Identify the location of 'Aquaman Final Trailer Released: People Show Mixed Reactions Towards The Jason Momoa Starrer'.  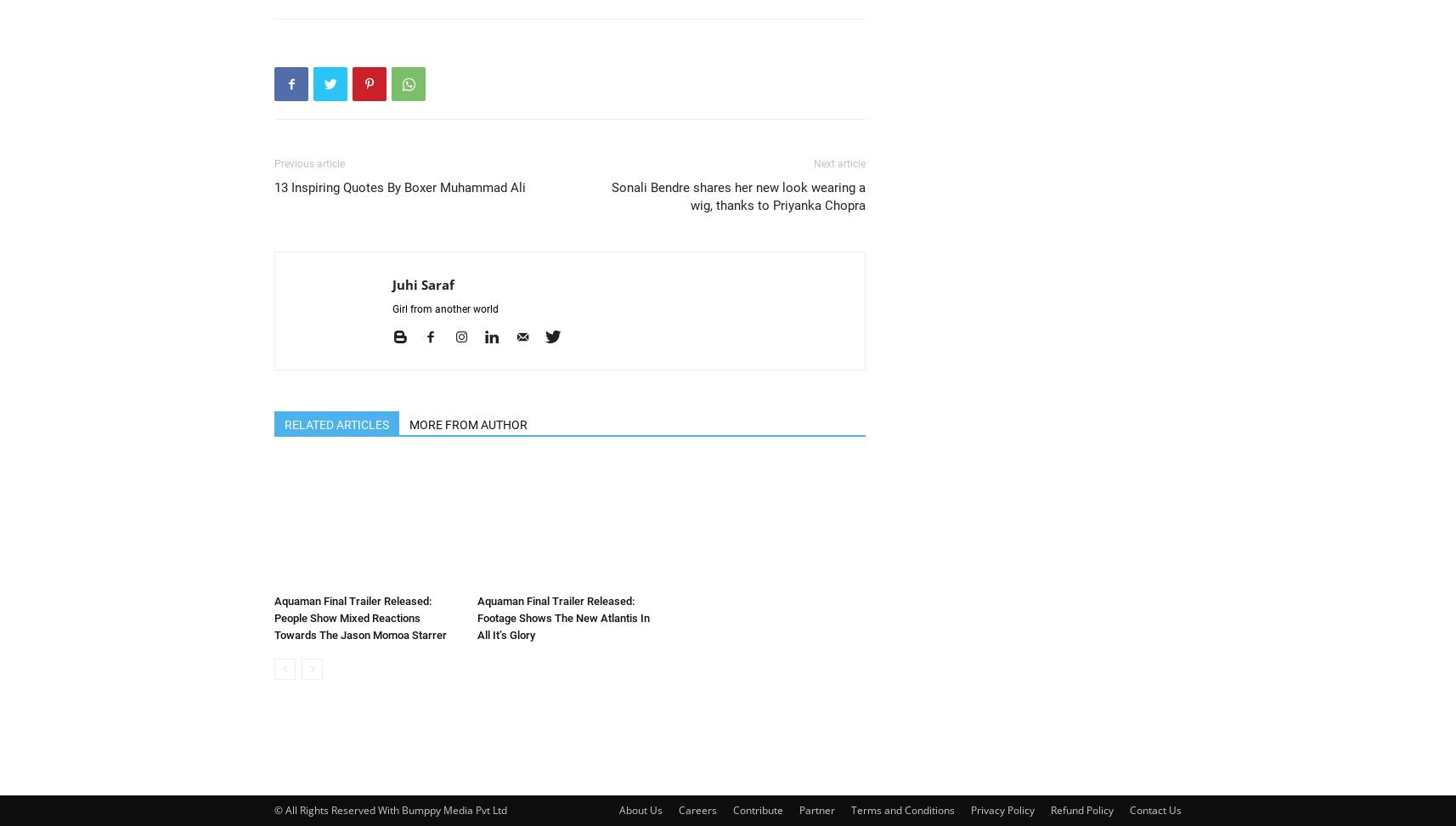
(359, 617).